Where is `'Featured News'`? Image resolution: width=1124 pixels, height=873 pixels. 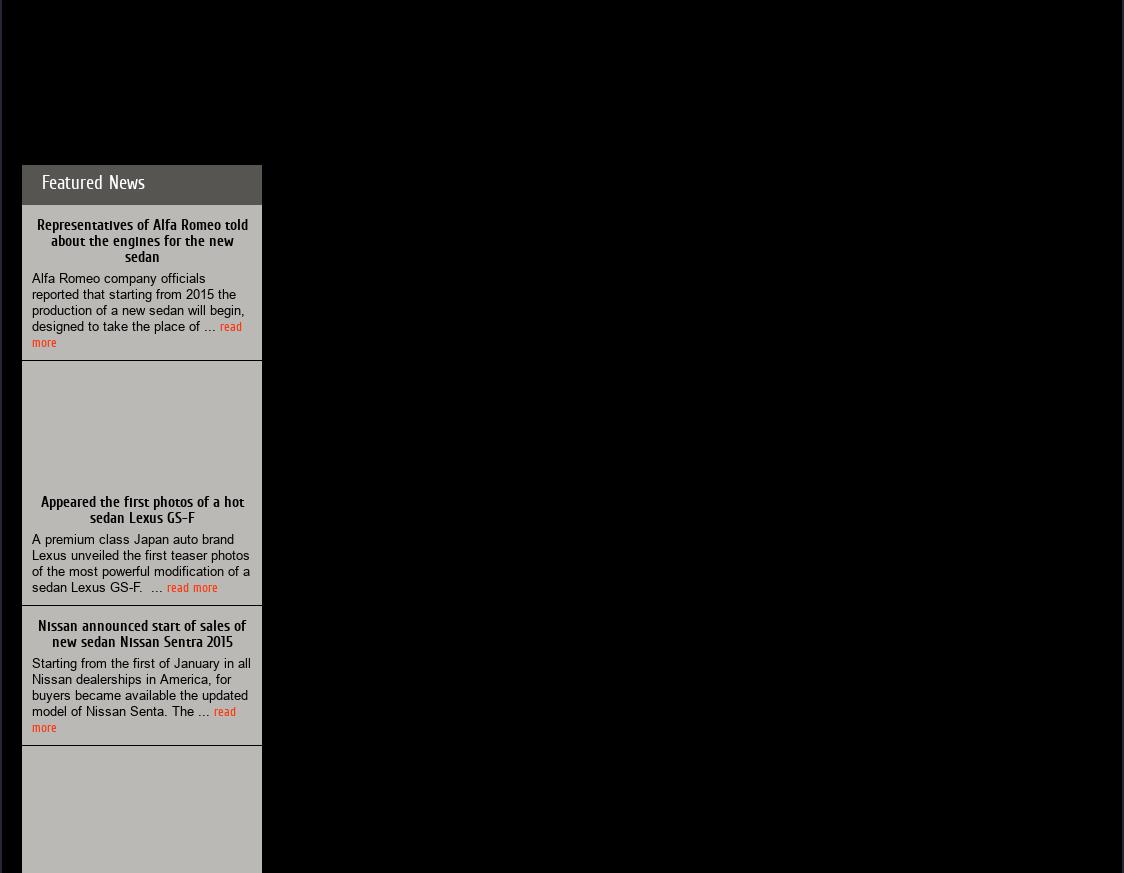
'Featured News' is located at coordinates (92, 181).